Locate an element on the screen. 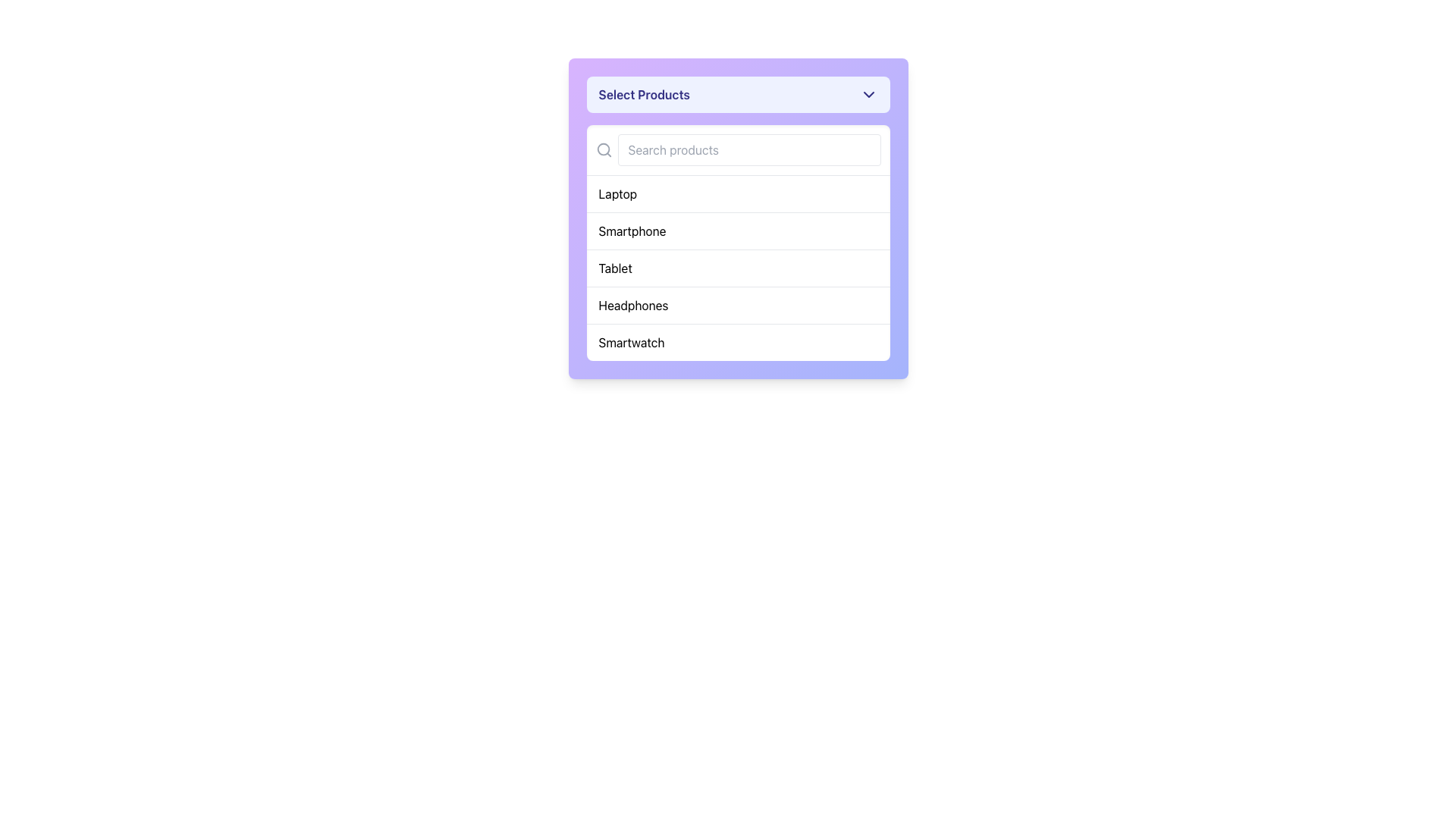  the selectable text item reading 'Tablet' is located at coordinates (615, 268).